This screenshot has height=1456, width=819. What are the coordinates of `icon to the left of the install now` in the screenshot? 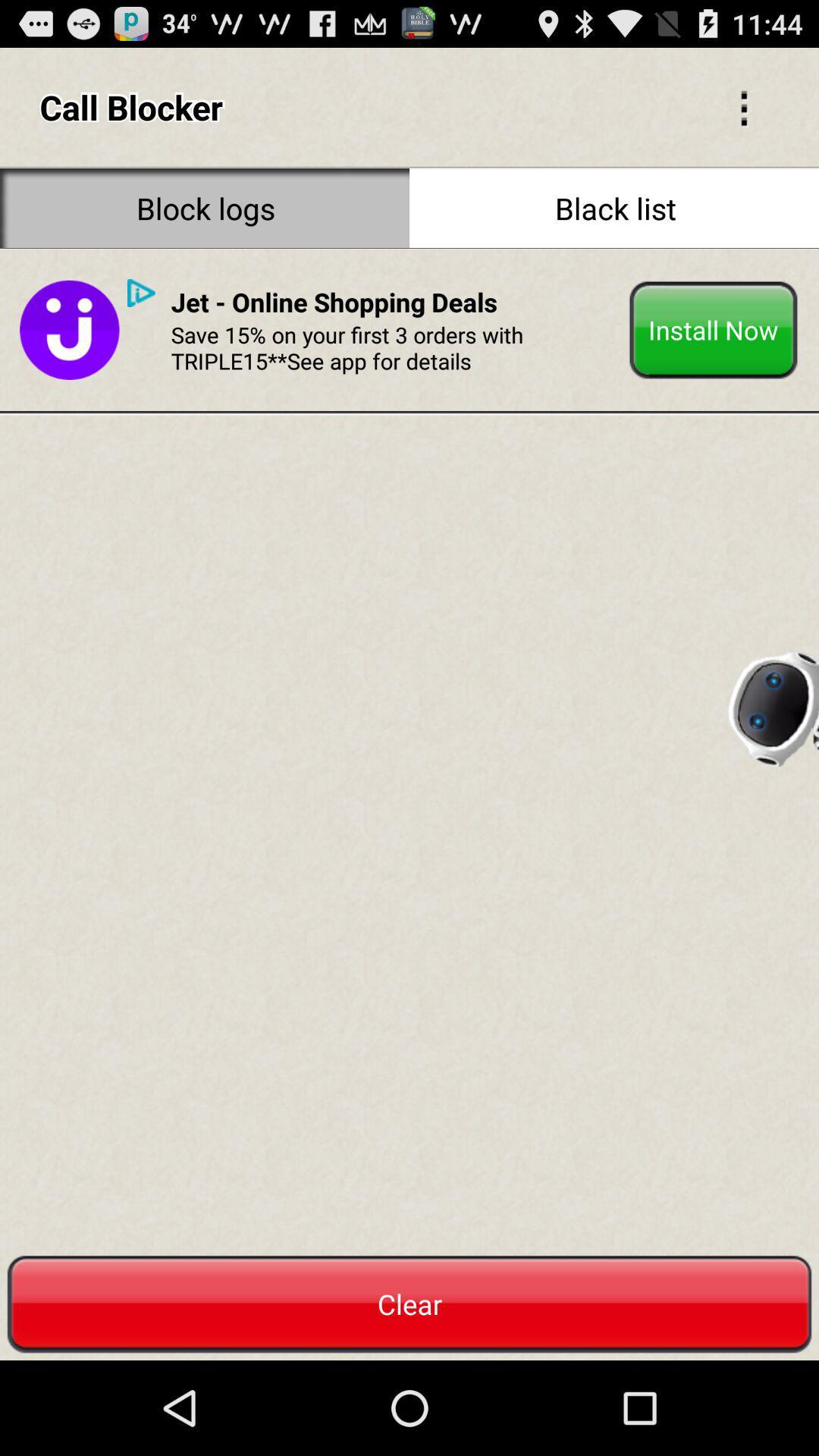 It's located at (394, 347).